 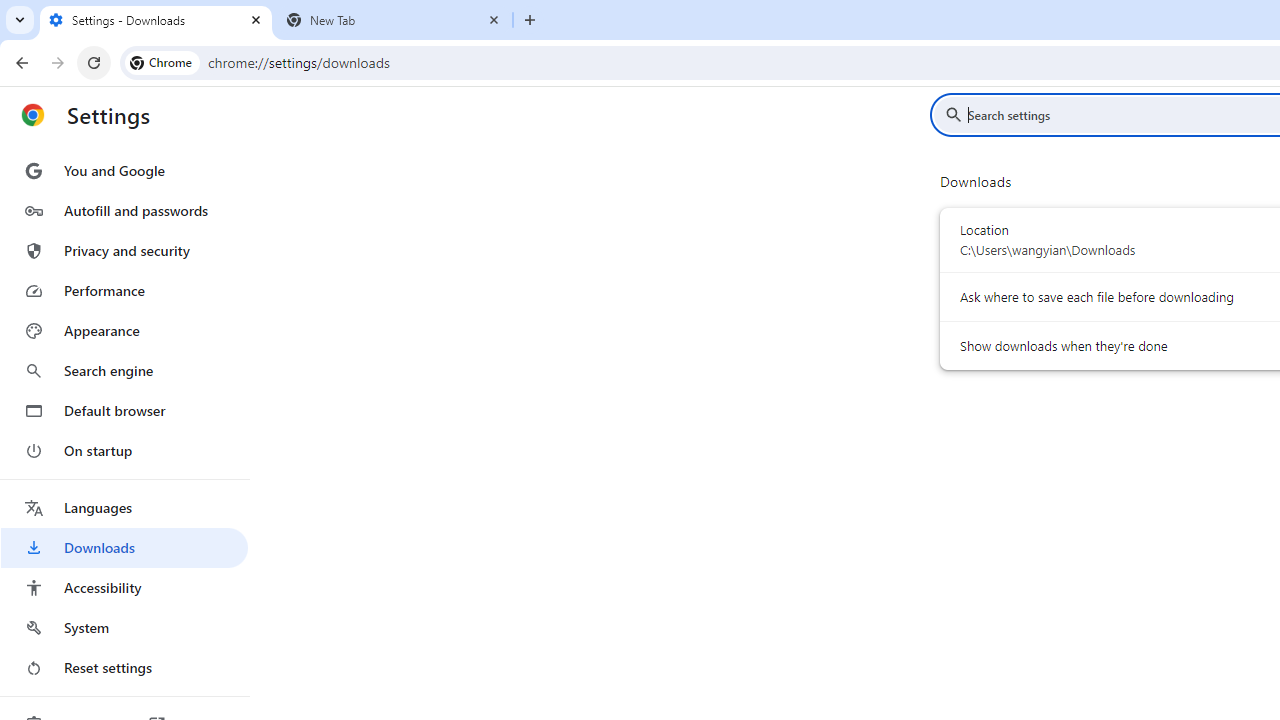 I want to click on 'Settings - Downloads', so click(x=155, y=20).